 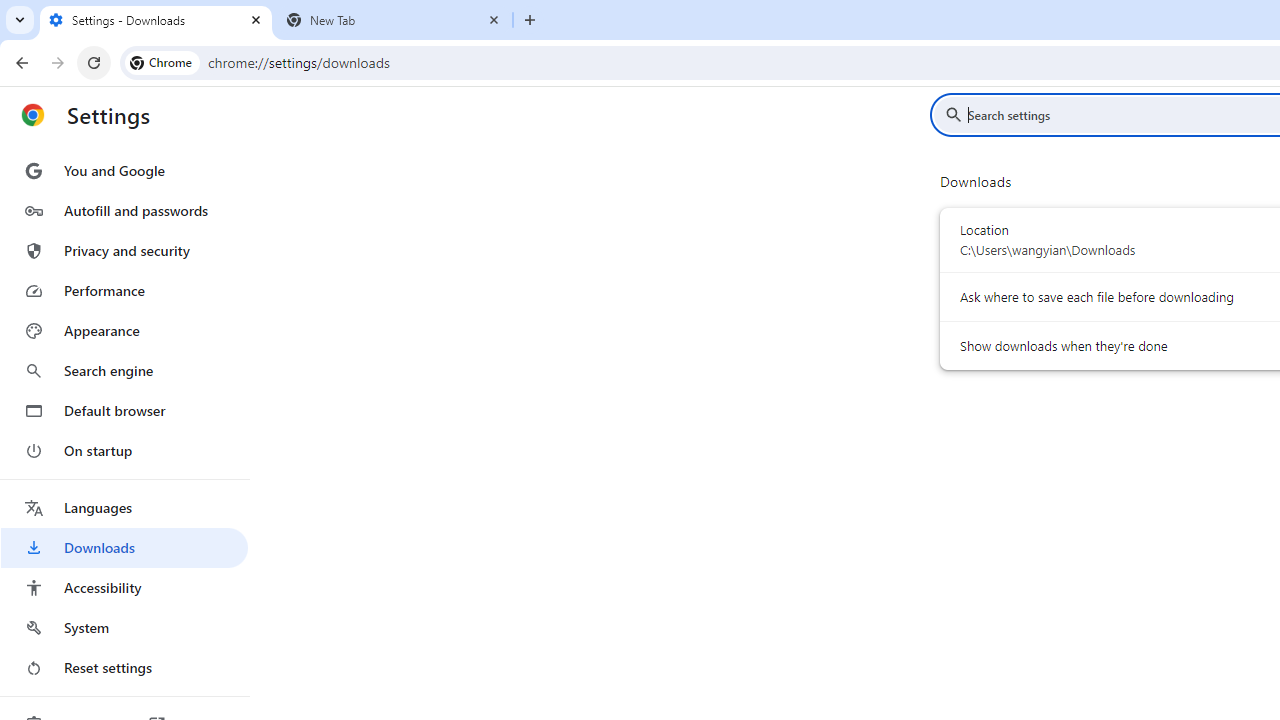 I want to click on 'Settings - Downloads', so click(x=155, y=20).